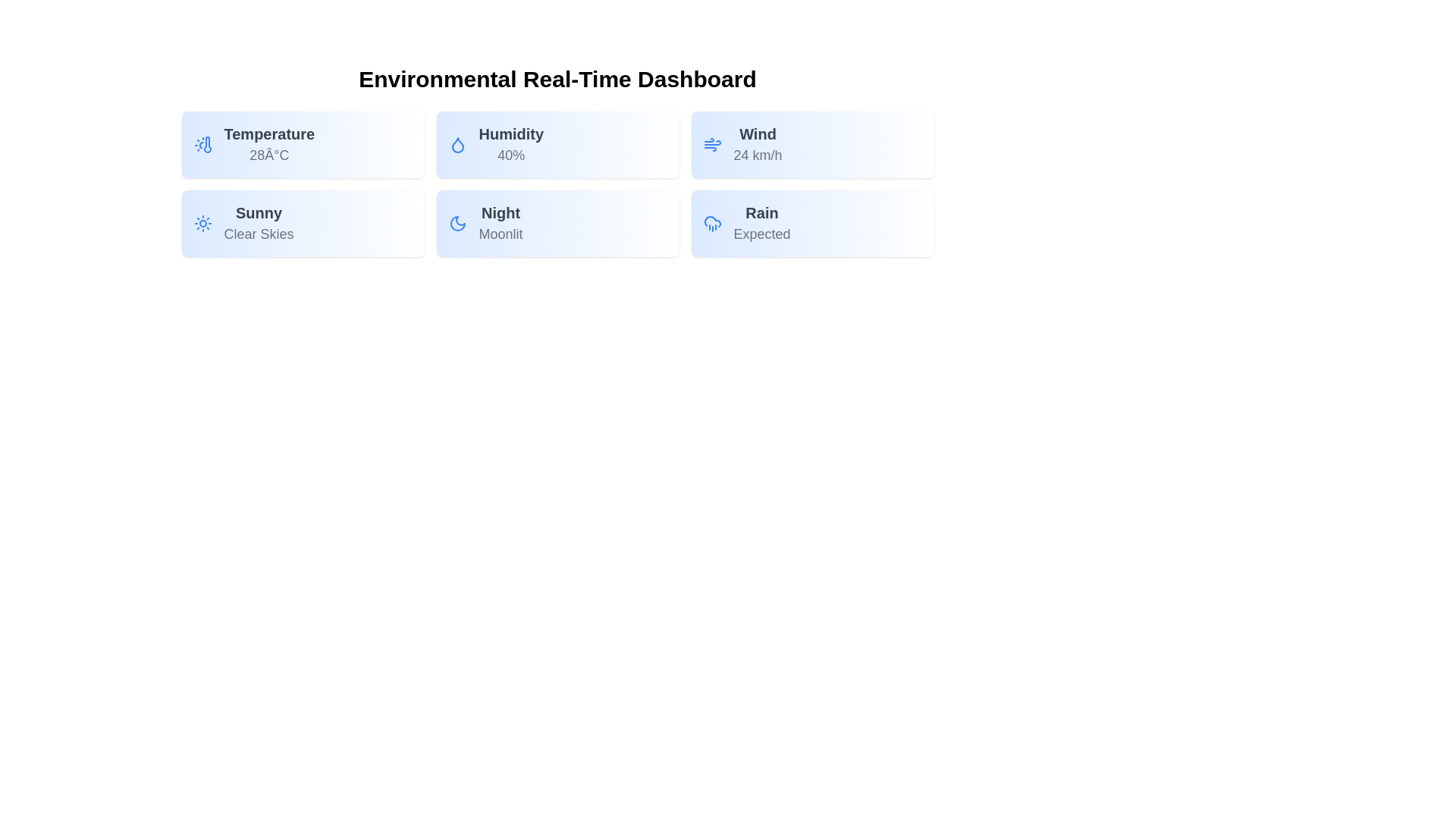  I want to click on the text label displaying 'Rain' in bold and 'Expected' in a lighter font, located in the lower-right quadrant of the weather indicators grid, so click(762, 223).